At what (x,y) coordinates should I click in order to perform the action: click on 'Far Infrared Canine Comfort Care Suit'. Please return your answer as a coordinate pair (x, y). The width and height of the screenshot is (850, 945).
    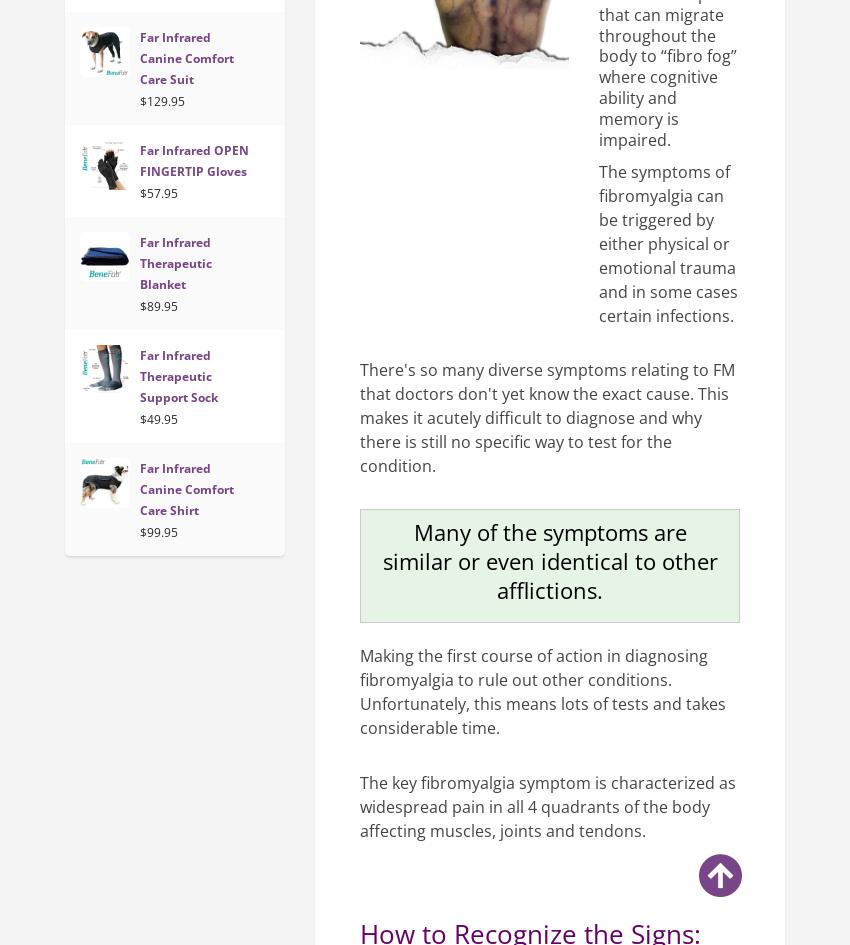
    Looking at the image, I should click on (186, 57).